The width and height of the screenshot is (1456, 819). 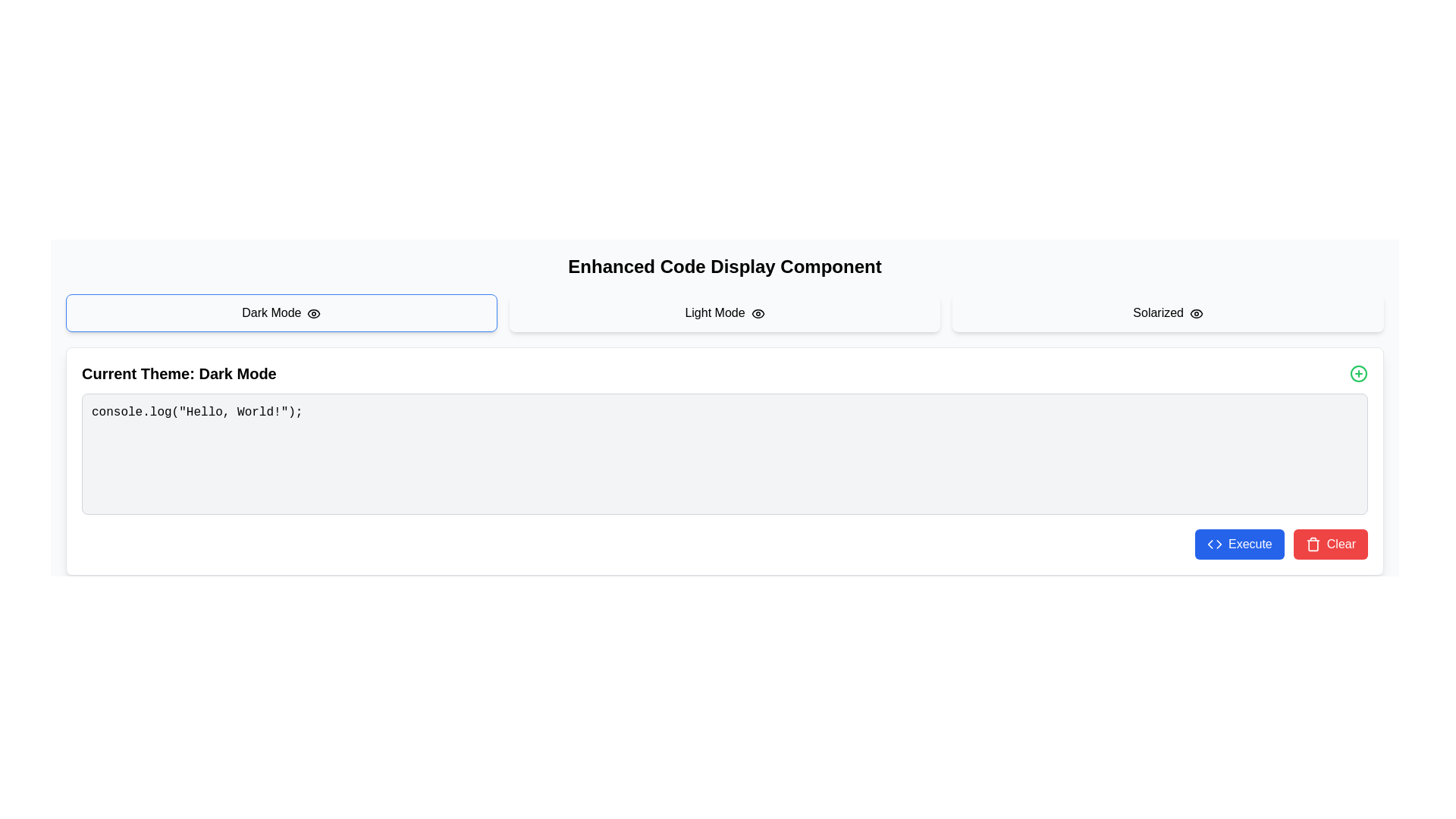 I want to click on the trash icon with a red background inside the 'Clear' button, so click(x=1312, y=543).